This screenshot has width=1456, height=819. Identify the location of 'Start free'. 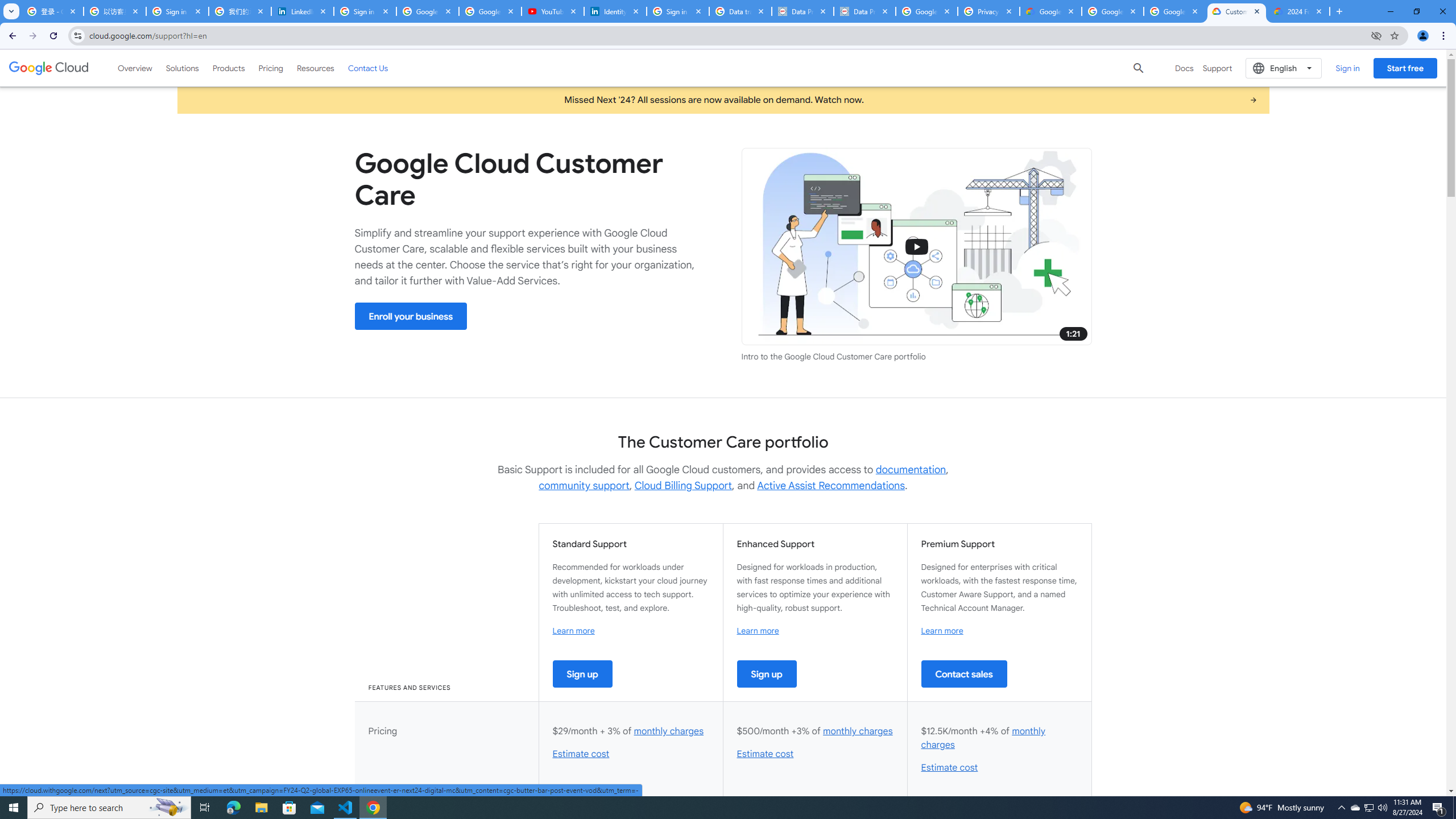
(1405, 67).